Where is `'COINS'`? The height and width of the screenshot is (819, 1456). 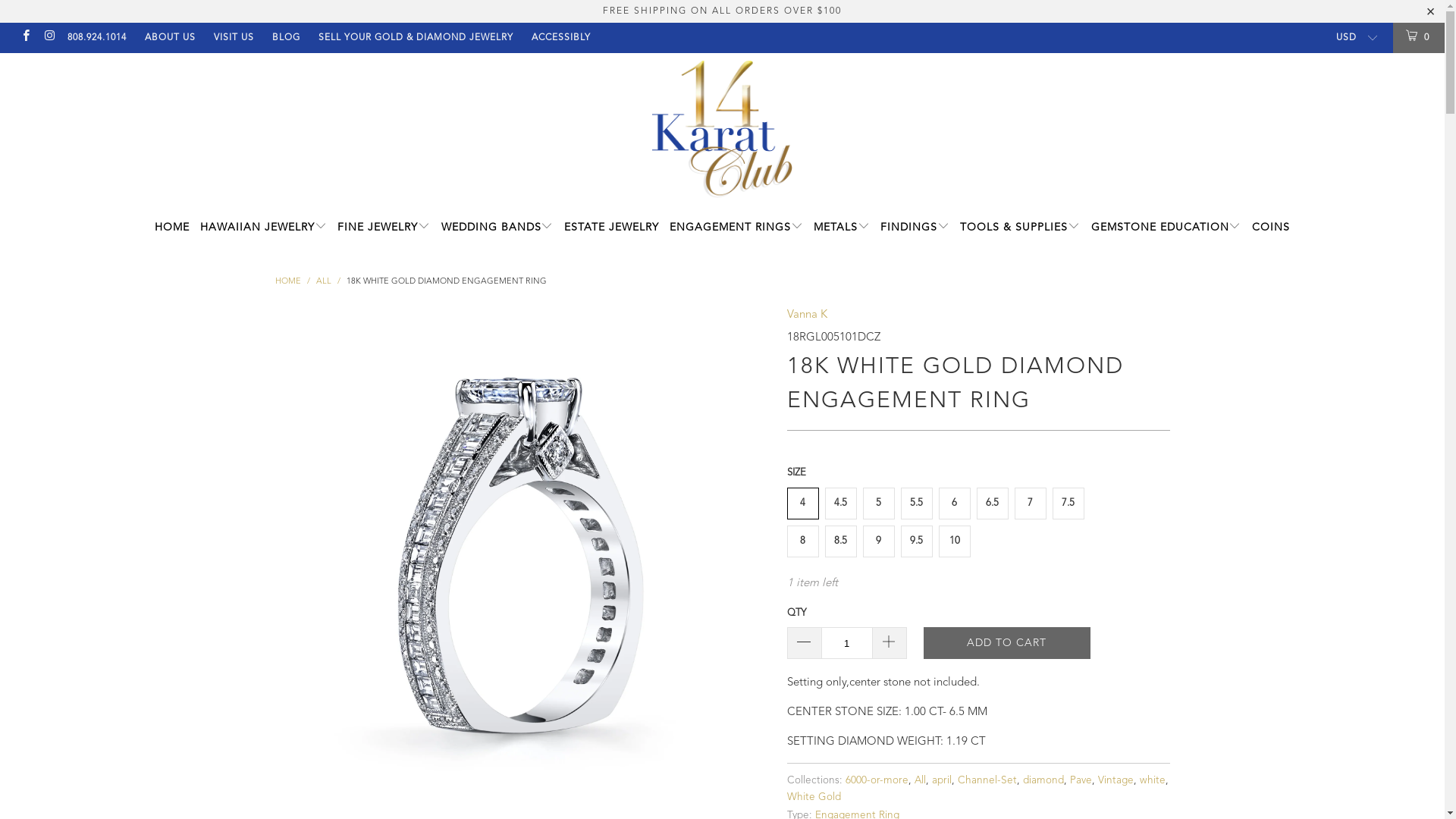
'COINS' is located at coordinates (1270, 227).